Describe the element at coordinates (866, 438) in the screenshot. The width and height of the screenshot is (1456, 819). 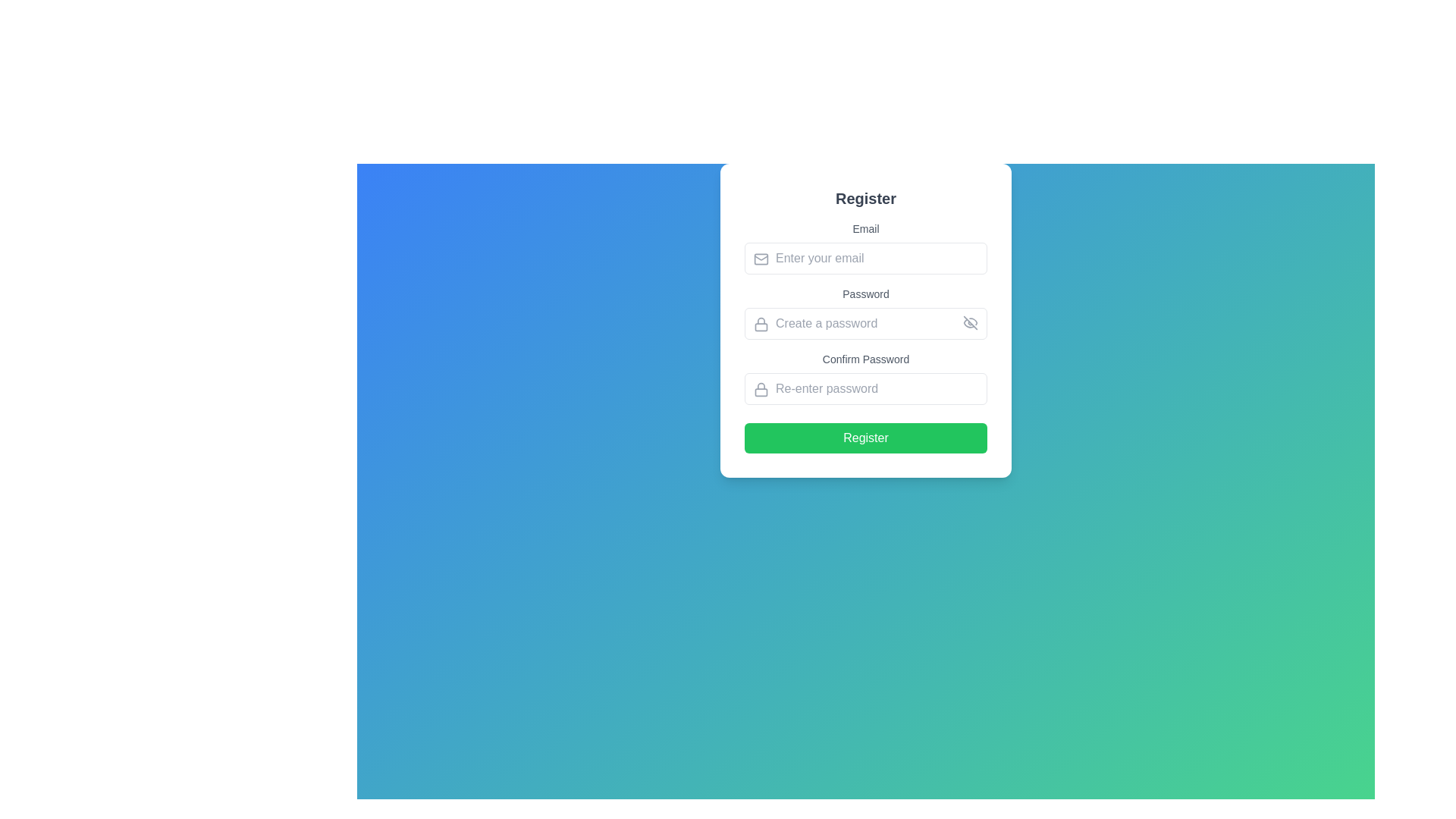
I see `the green rectangular button labeled 'Register' located at the bottom of a form to change its color` at that location.